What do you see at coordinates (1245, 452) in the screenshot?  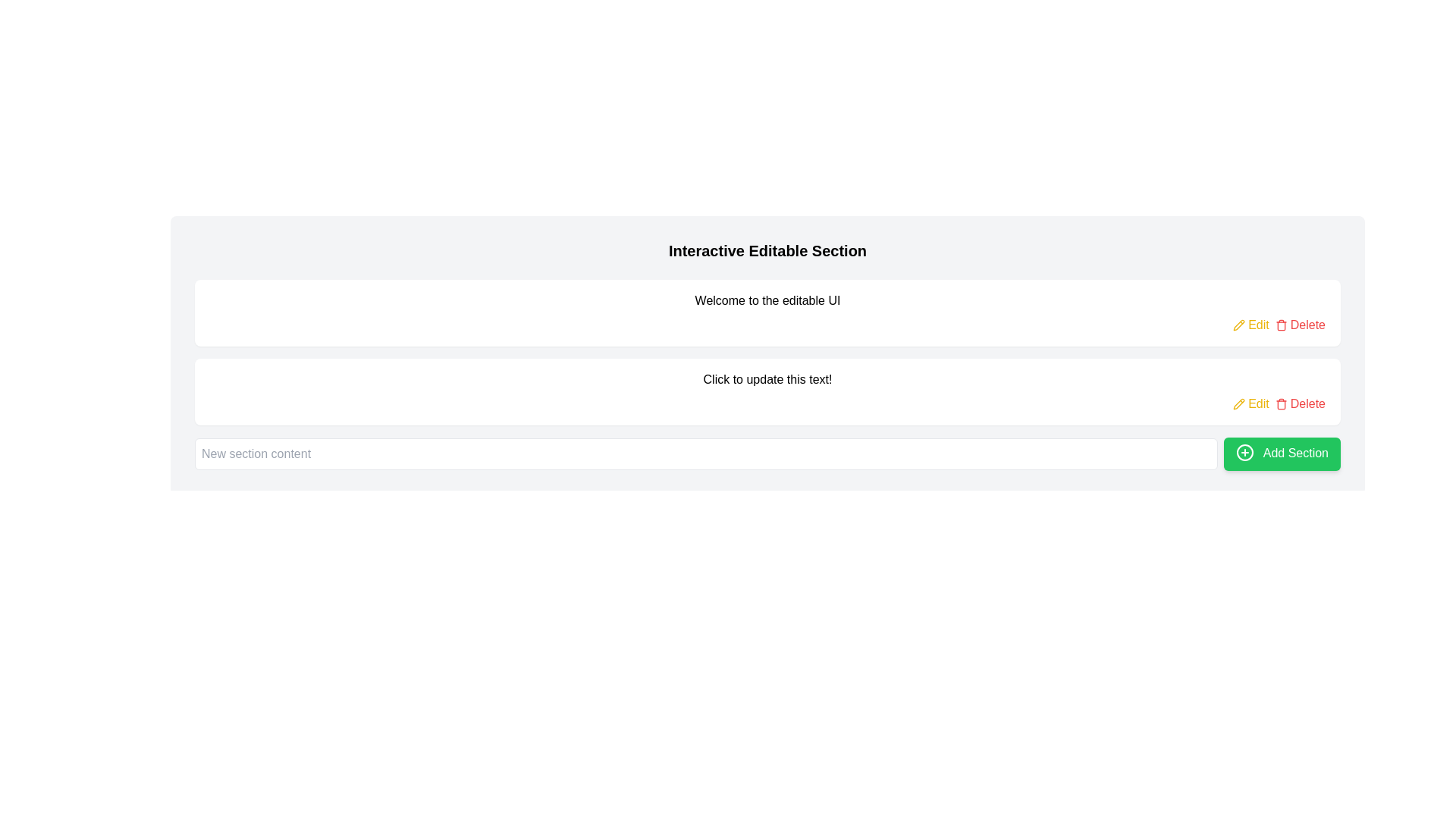 I see `the icon that serves as a visual indicator for the 'Add Section' button located in the bottom-right corner of the layout` at bounding box center [1245, 452].